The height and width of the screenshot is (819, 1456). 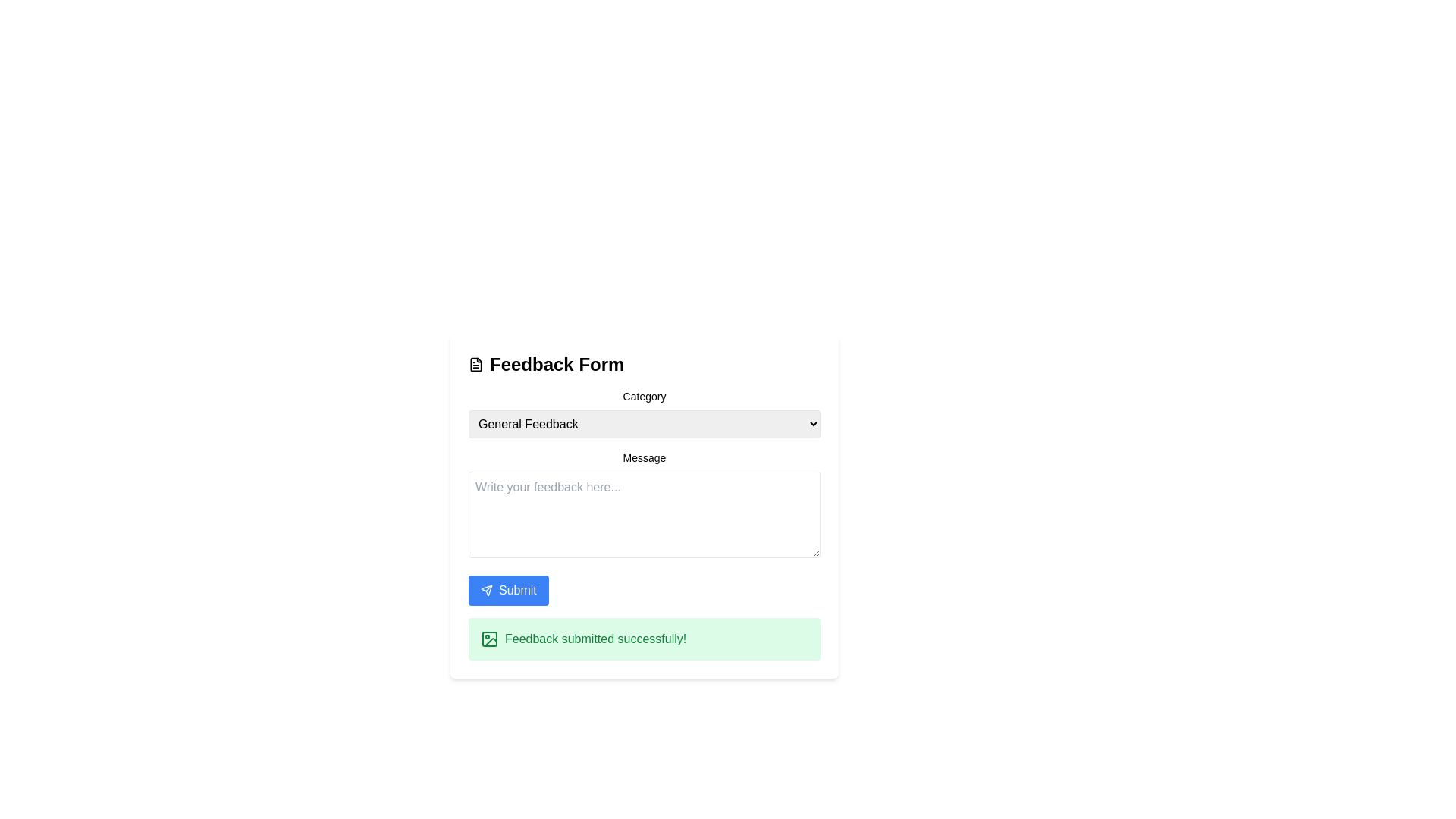 What do you see at coordinates (644, 424) in the screenshot?
I see `the 'General Feedback' dropdown menu` at bounding box center [644, 424].